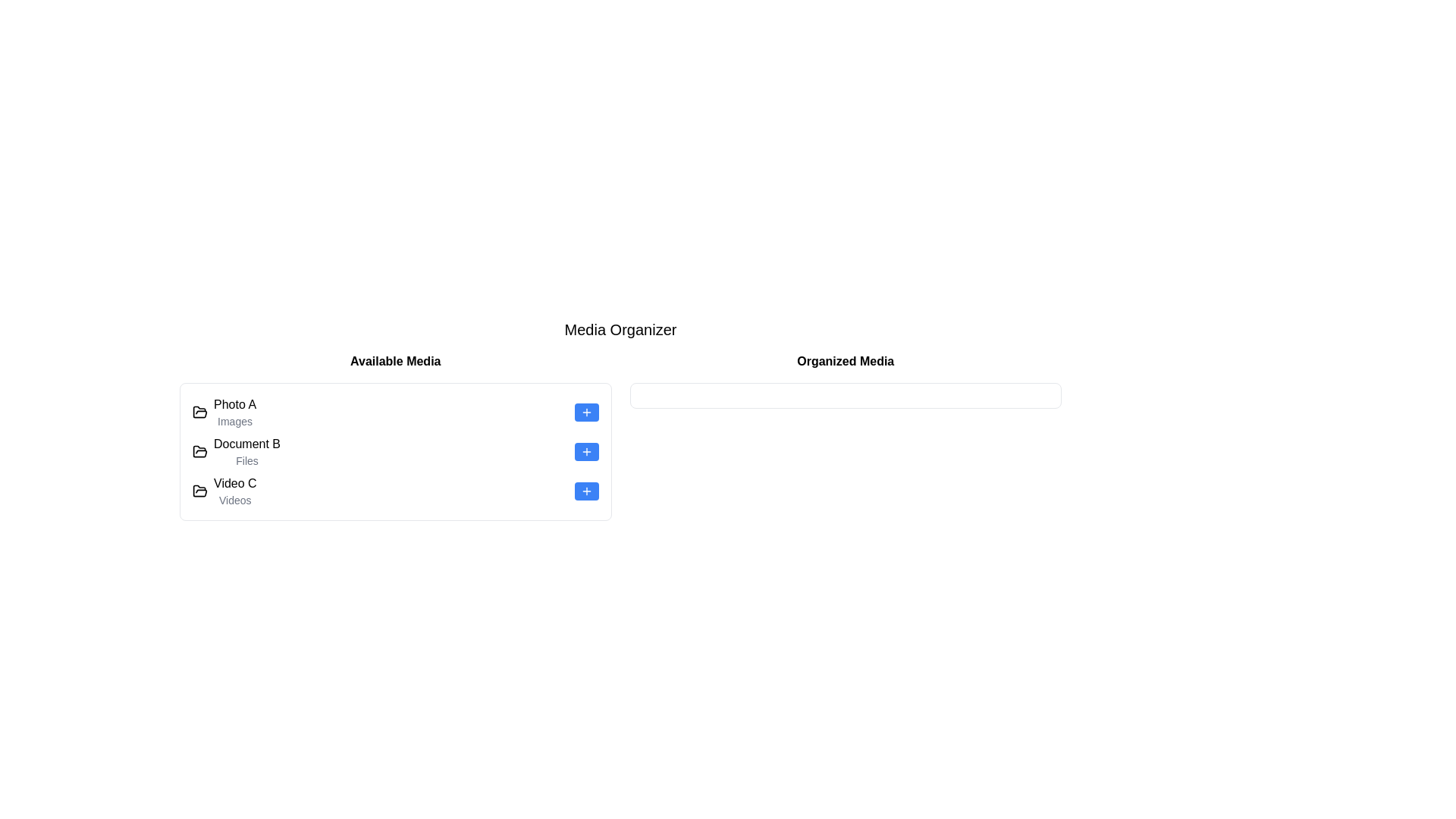  I want to click on the plus icon located within the third blue button in the vertical list of buttons under the 'Available Media' section, so click(585, 491).